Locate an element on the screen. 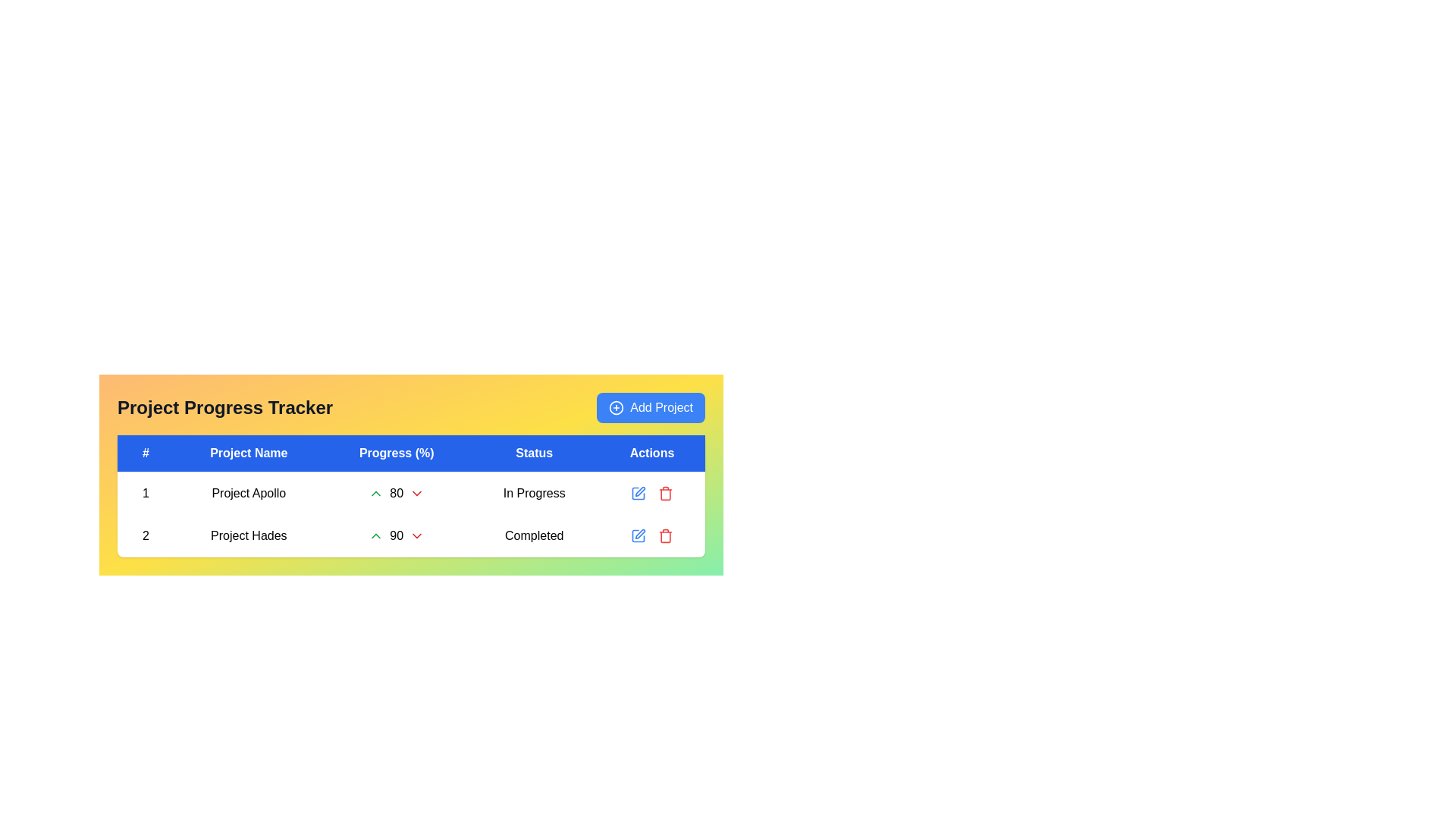 The image size is (1456, 819). the blue pencil icon in the 'Actions' column of the 'Project Progress Tracker' table is located at coordinates (651, 535).